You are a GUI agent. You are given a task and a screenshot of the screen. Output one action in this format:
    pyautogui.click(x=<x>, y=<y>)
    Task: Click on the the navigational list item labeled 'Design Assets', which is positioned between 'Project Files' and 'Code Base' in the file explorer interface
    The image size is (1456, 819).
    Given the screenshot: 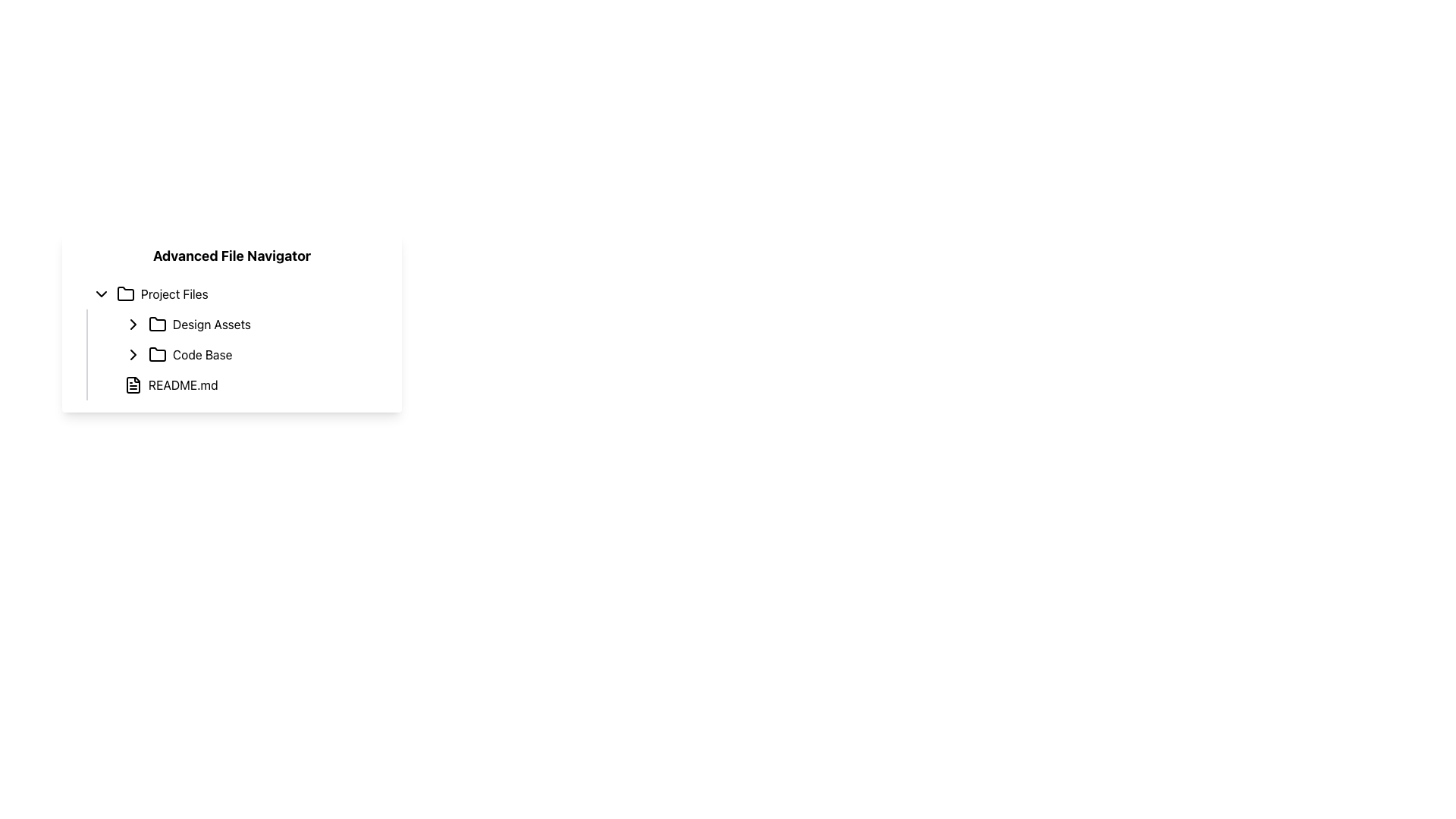 What is the action you would take?
    pyautogui.click(x=247, y=324)
    